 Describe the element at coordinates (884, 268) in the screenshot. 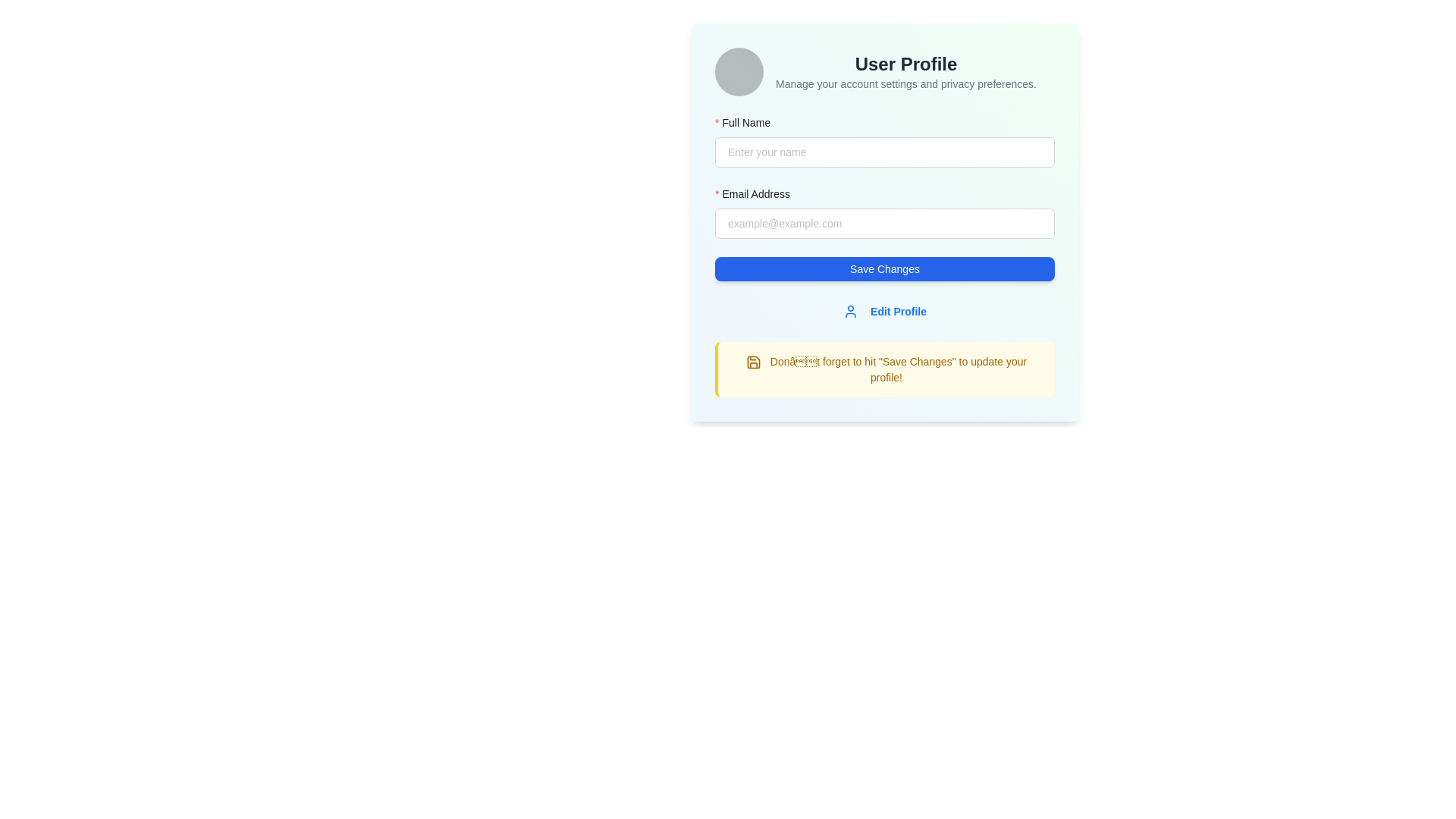

I see `the submit button located beneath the Email Address field` at that location.